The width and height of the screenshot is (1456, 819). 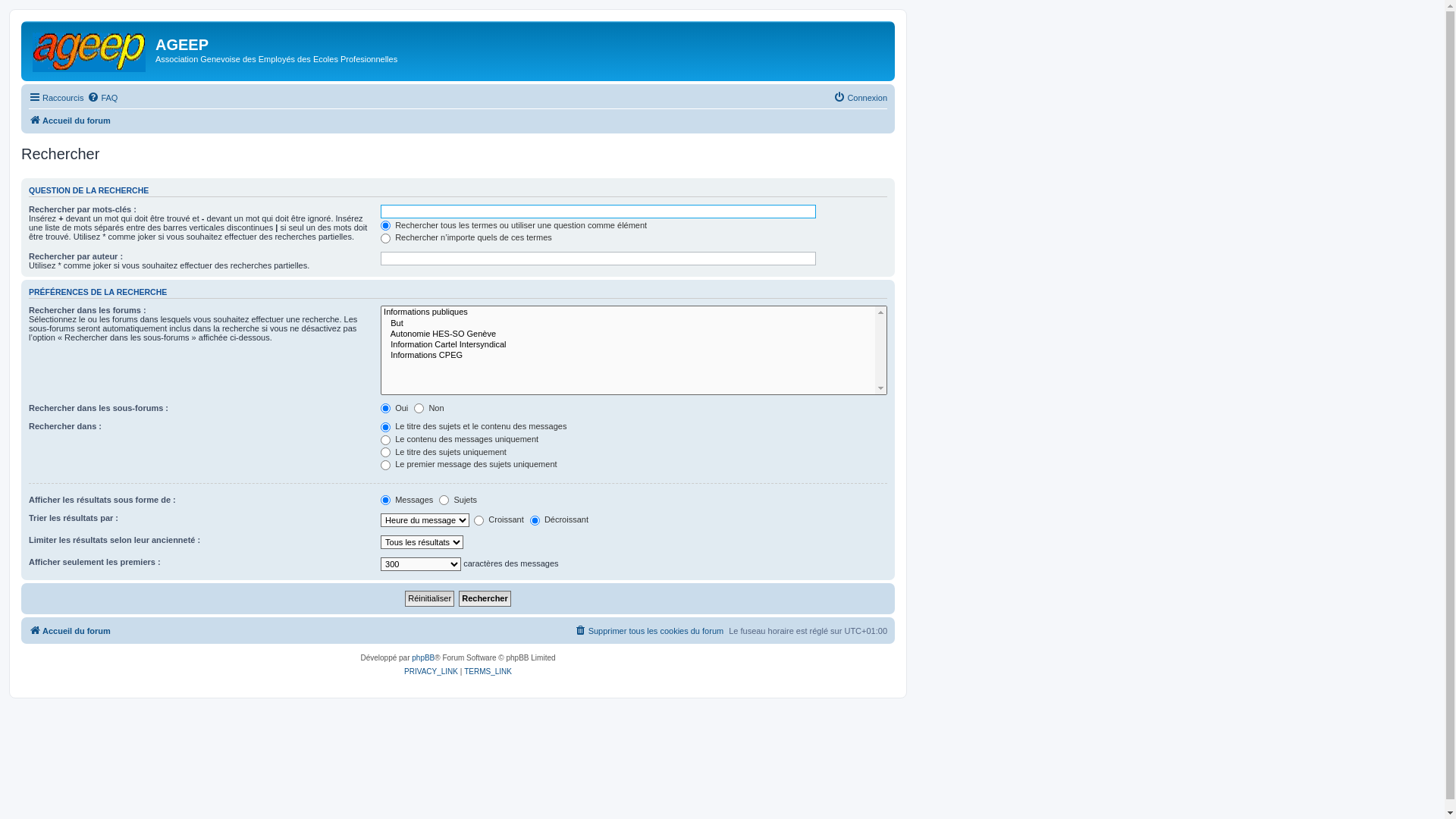 I want to click on 'FAQ', so click(x=101, y=97).